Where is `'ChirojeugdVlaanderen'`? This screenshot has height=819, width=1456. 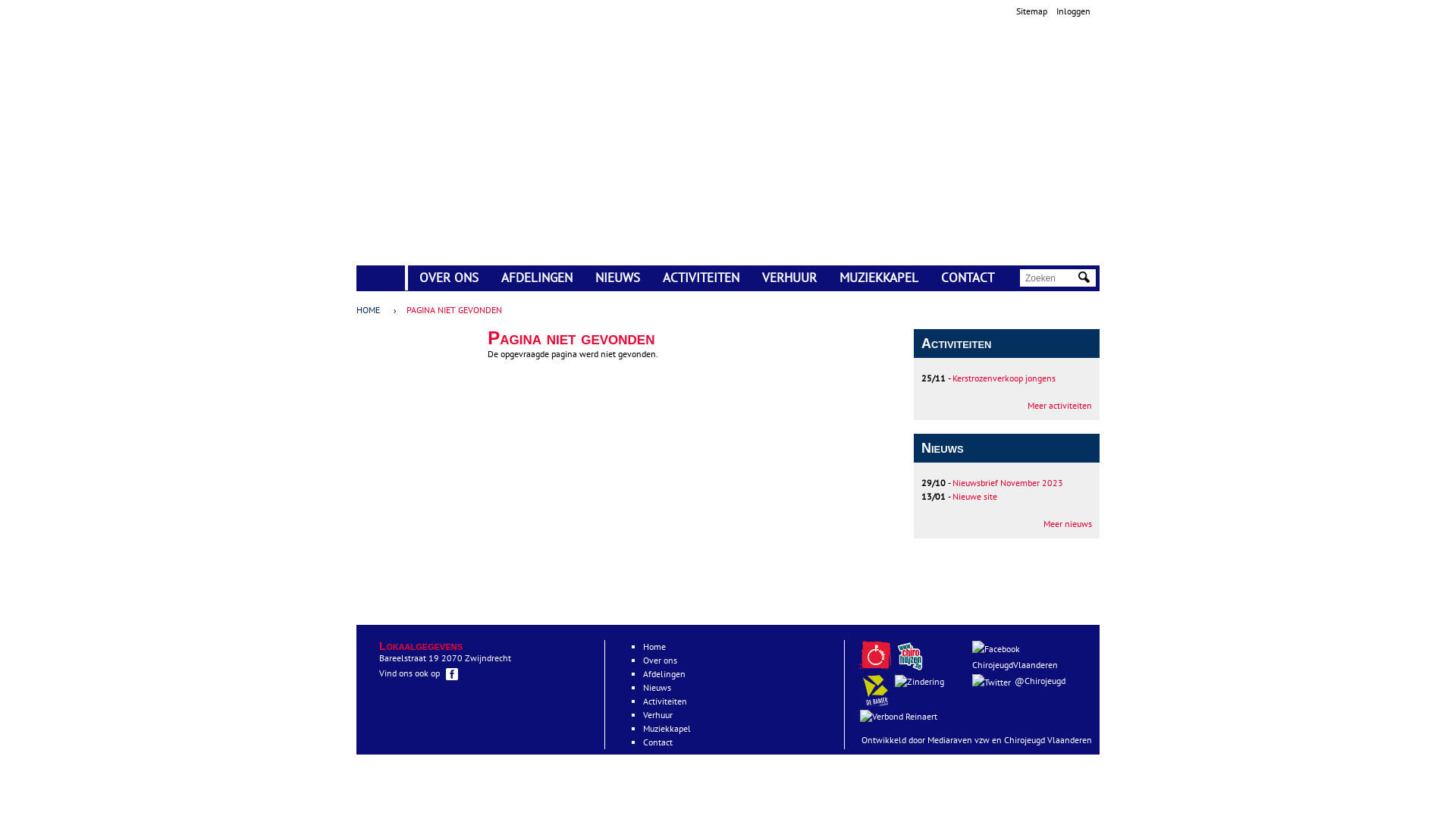
'ChirojeugdVlaanderen' is located at coordinates (1028, 656).